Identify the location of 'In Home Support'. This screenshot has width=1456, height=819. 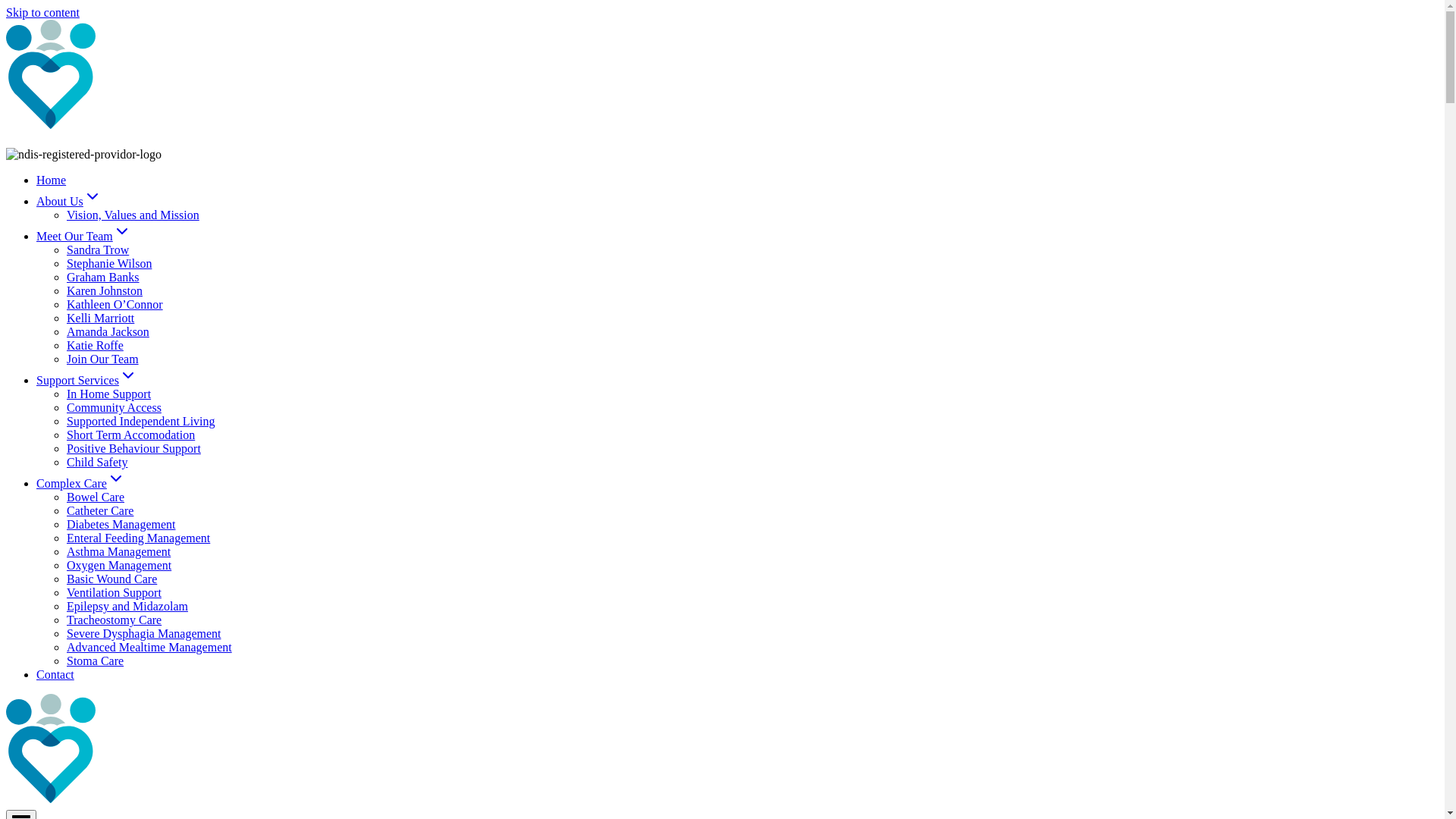
(108, 393).